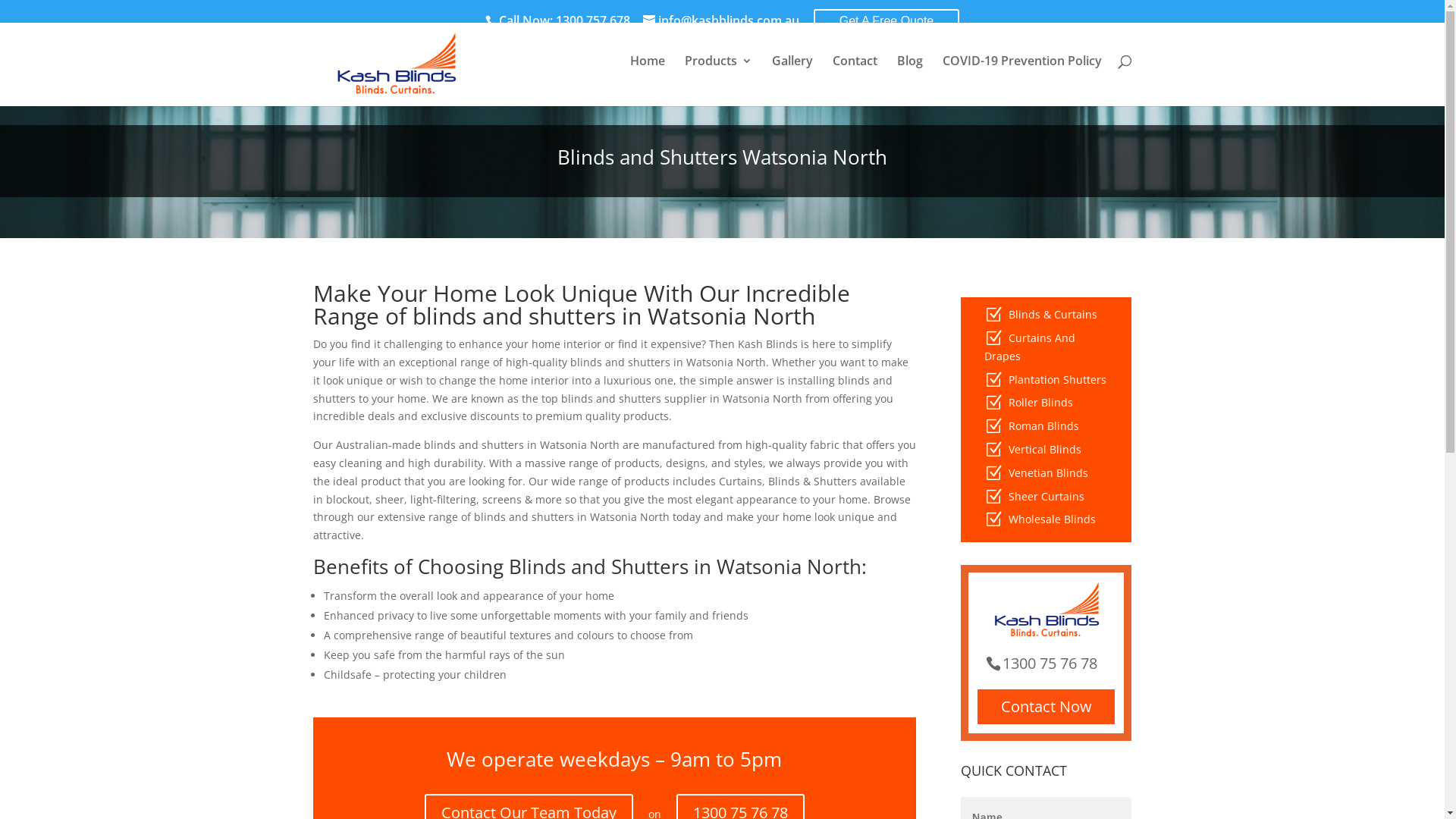 The width and height of the screenshot is (1456, 819). Describe the element at coordinates (1030, 347) in the screenshot. I see `'Curtains And Drapes'` at that location.